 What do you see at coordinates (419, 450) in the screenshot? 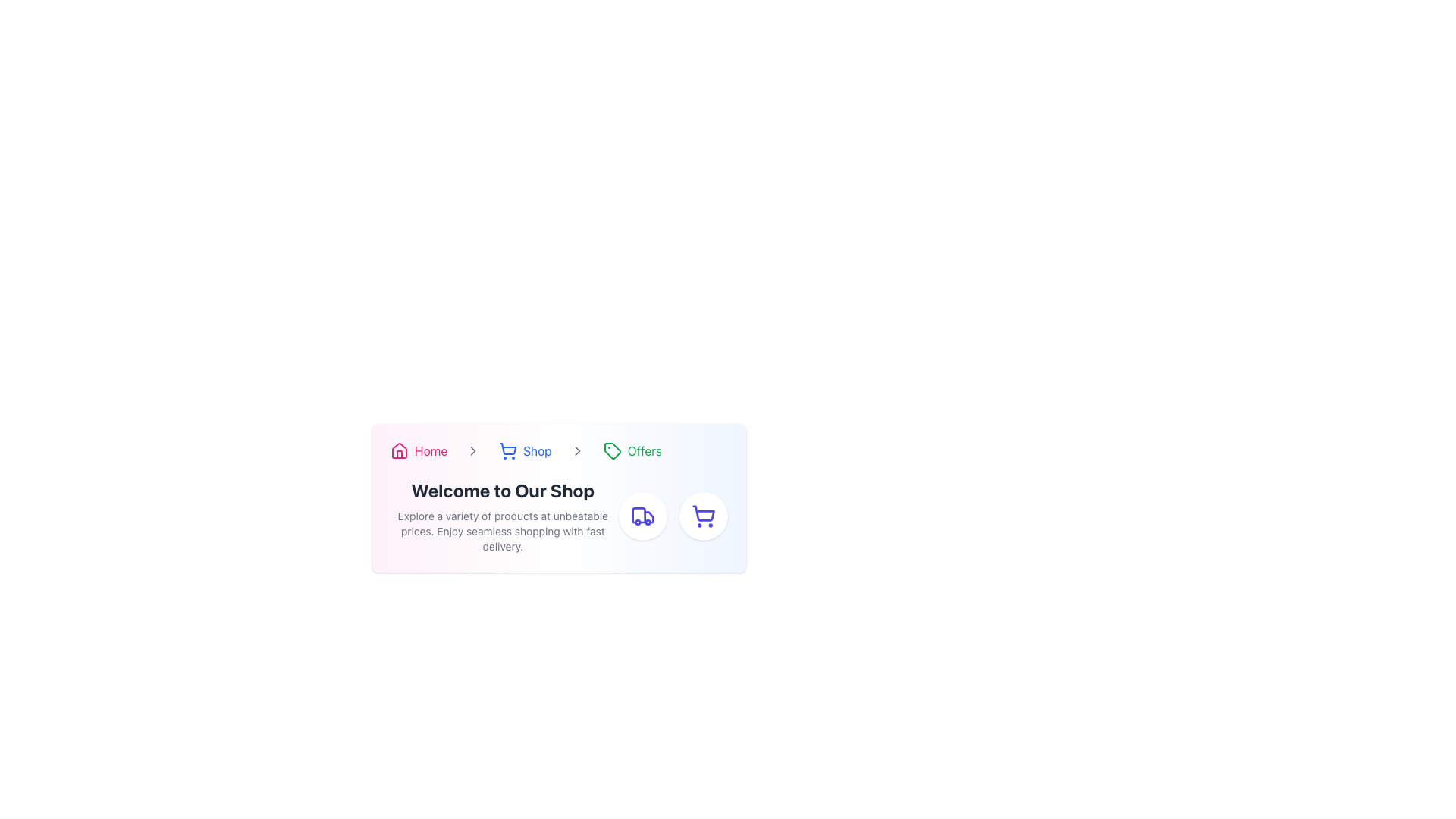
I see `the navigation button located at the first position in the navigation bar` at bounding box center [419, 450].